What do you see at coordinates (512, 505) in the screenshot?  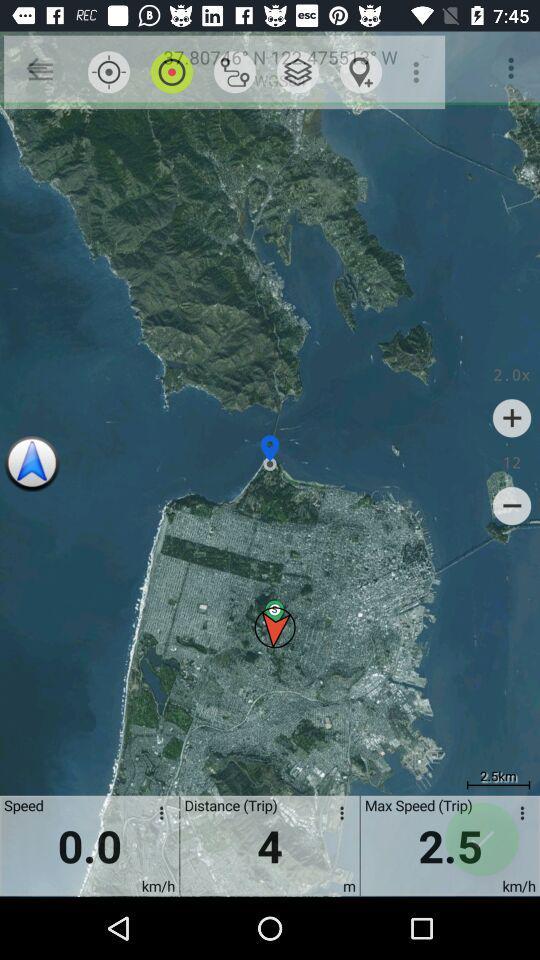 I see `the minus icon` at bounding box center [512, 505].